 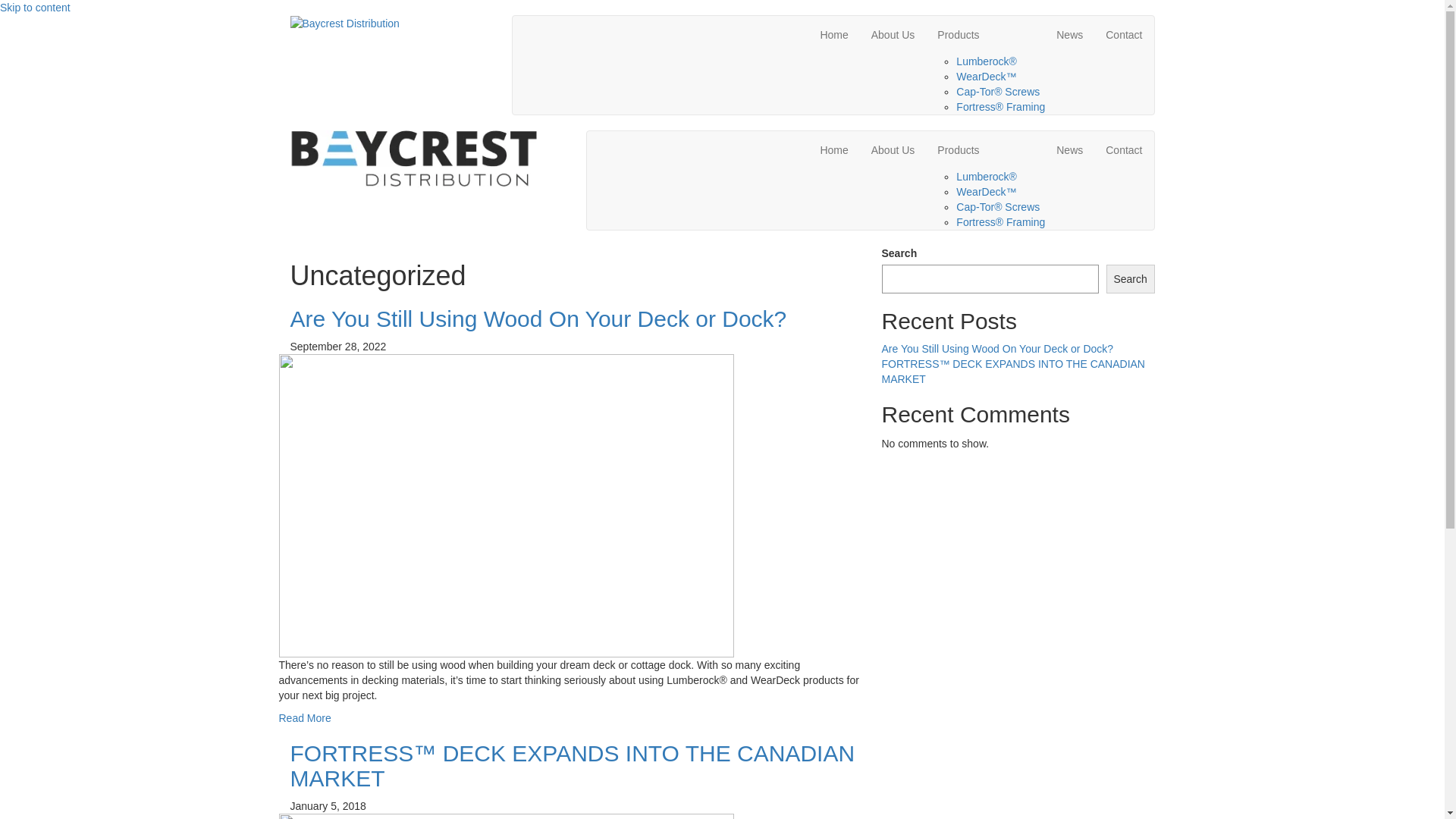 What do you see at coordinates (985, 149) in the screenshot?
I see `'Products'` at bounding box center [985, 149].